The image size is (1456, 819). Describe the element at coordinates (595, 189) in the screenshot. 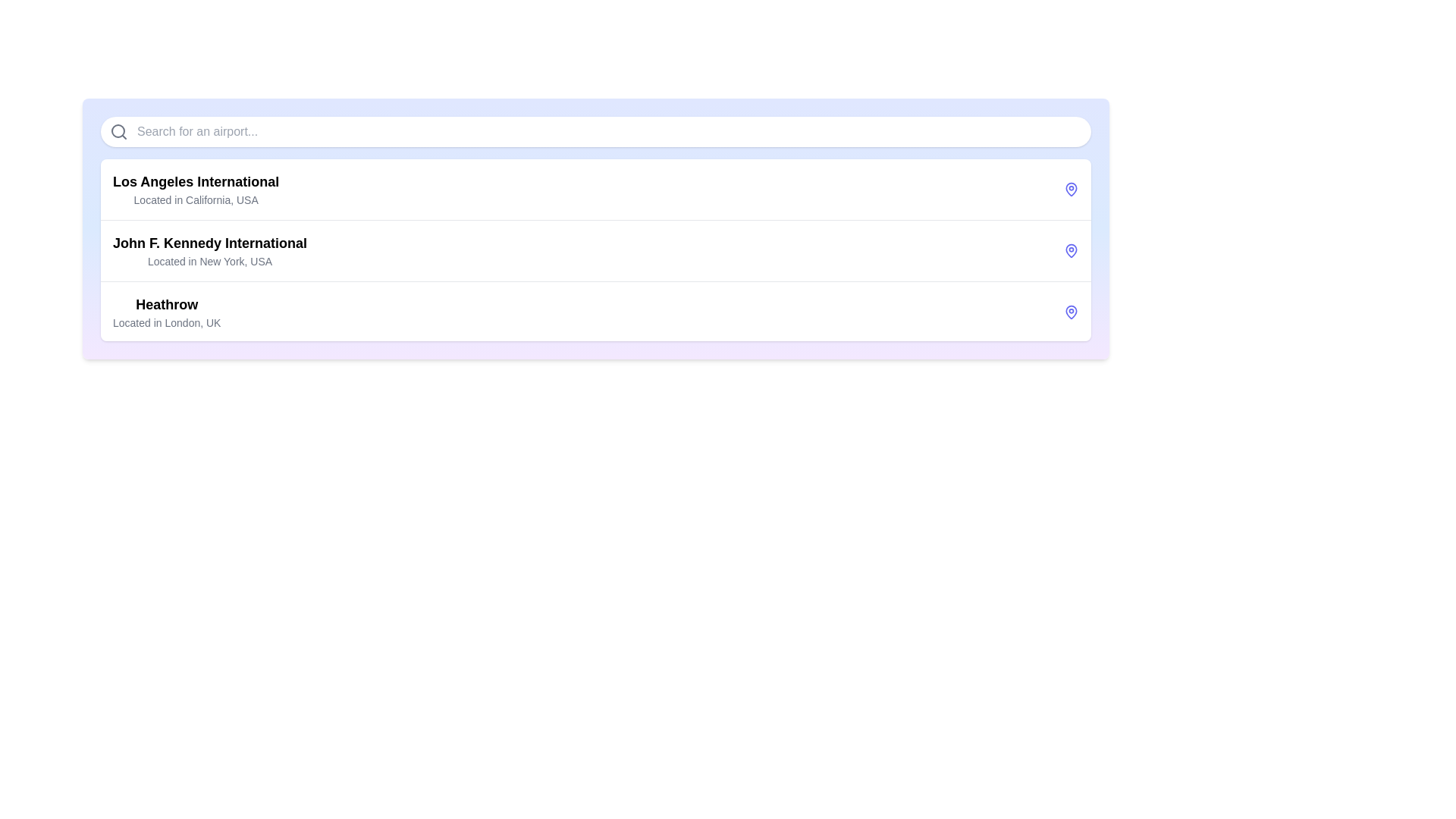

I see `the first list item displaying the name and description of the Los Angeles International airport` at that location.